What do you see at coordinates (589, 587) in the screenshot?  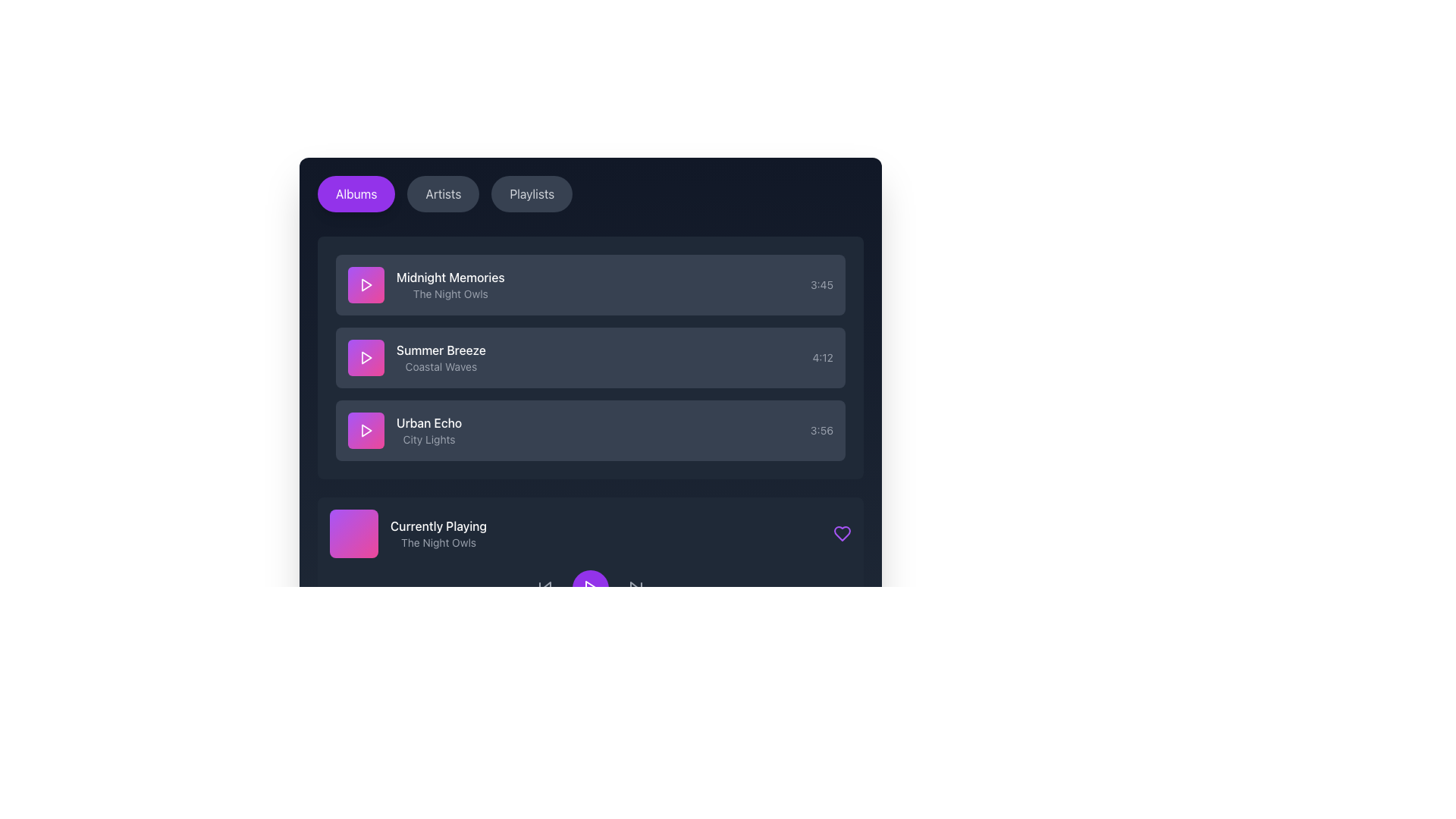 I see `the circular purple button with a white play icon at the bottom center of the interface to observe hover effects` at bounding box center [589, 587].